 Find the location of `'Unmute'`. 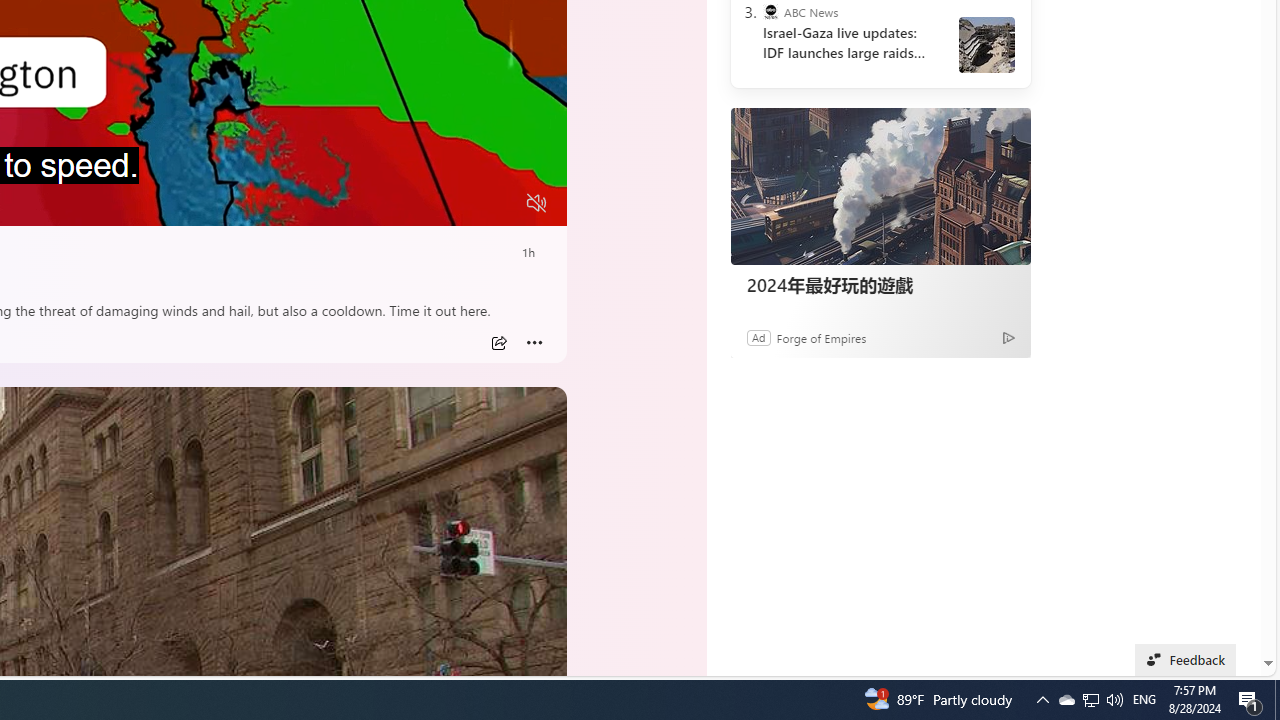

'Unmute' is located at coordinates (536, 203).